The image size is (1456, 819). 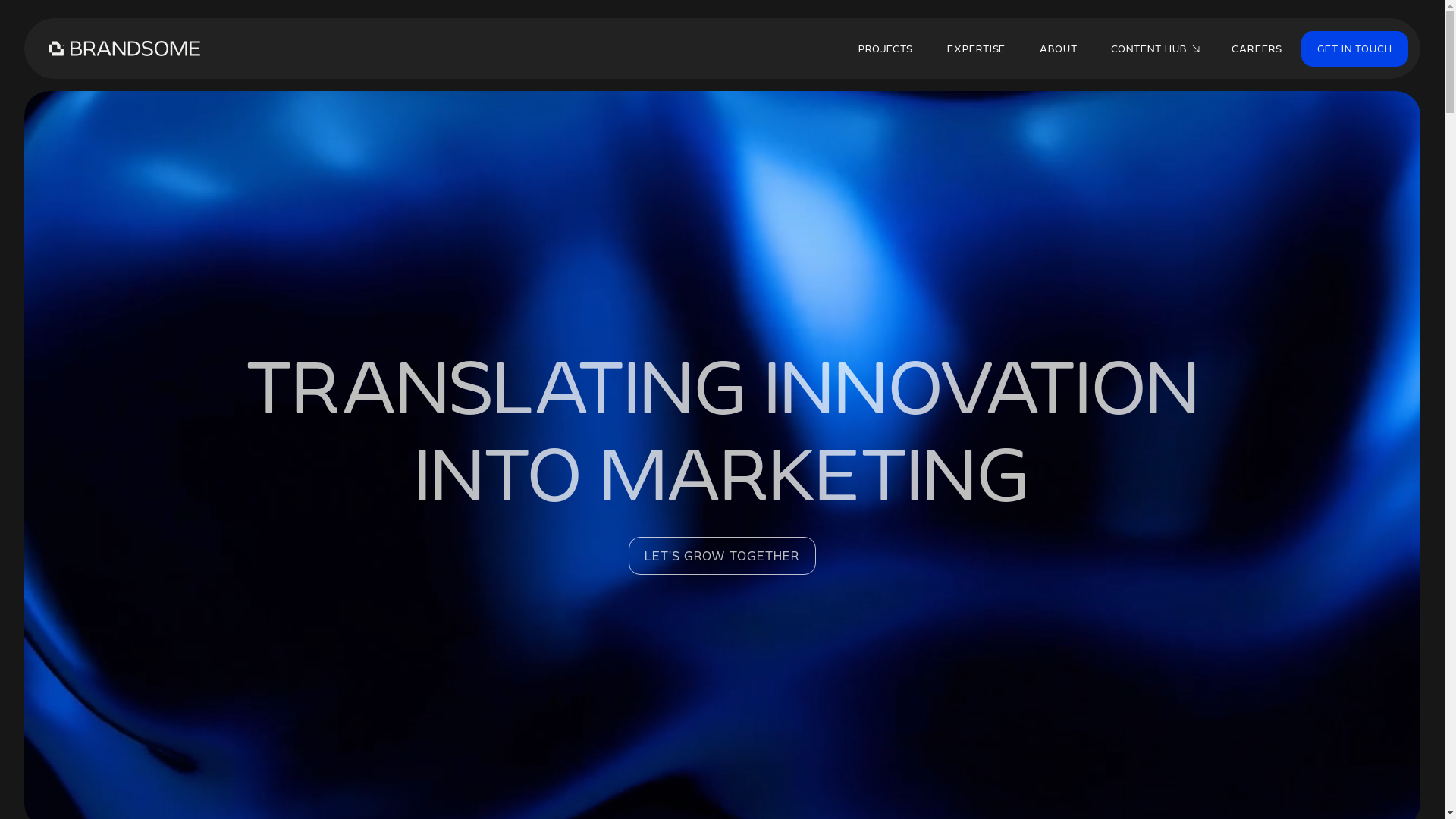 I want to click on 'PROJECTS', so click(x=843, y=48).